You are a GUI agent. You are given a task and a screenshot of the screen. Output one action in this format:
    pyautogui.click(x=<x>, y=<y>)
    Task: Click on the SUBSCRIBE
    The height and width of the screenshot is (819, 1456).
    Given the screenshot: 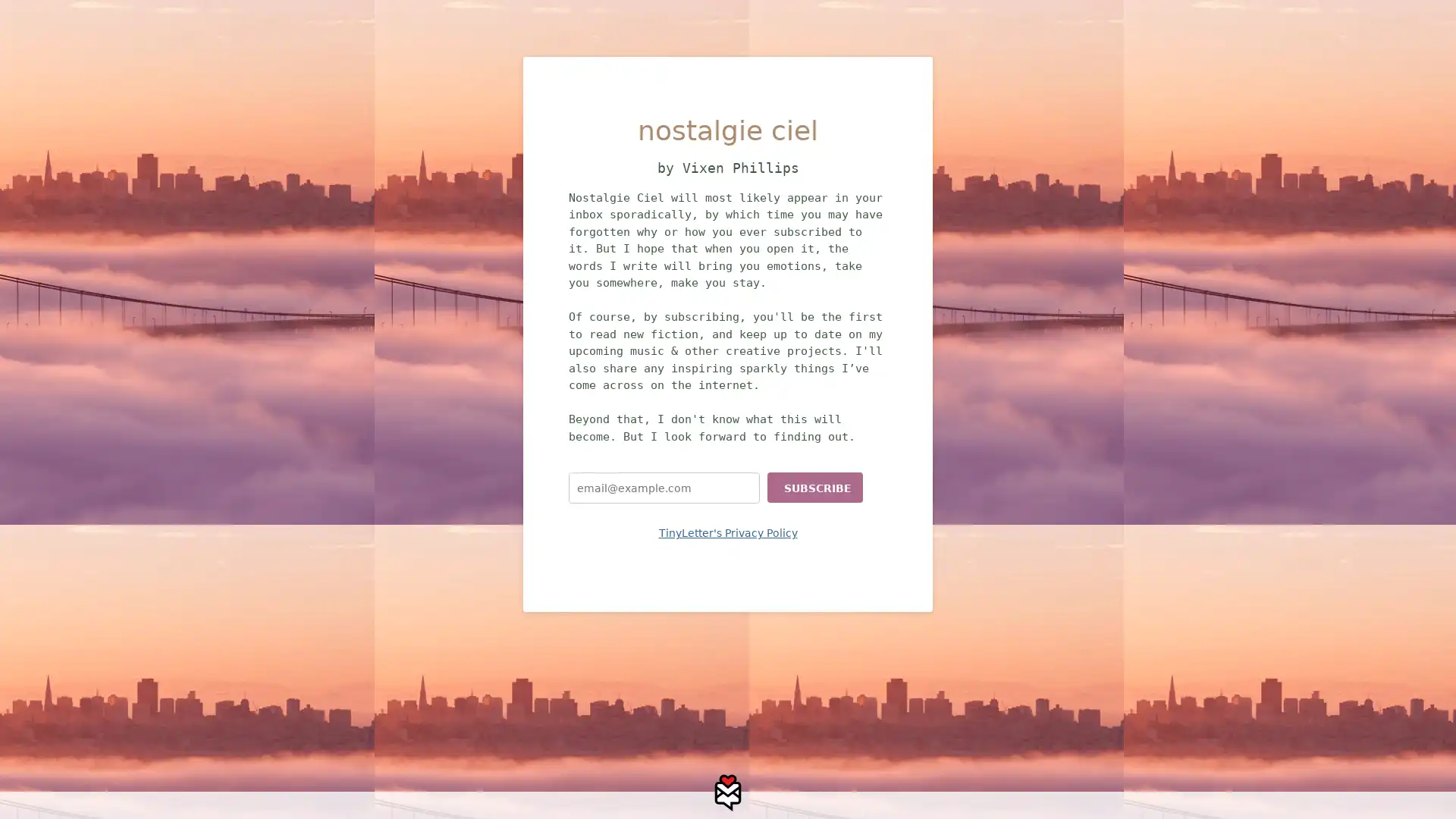 What is the action you would take?
    pyautogui.click(x=814, y=488)
    